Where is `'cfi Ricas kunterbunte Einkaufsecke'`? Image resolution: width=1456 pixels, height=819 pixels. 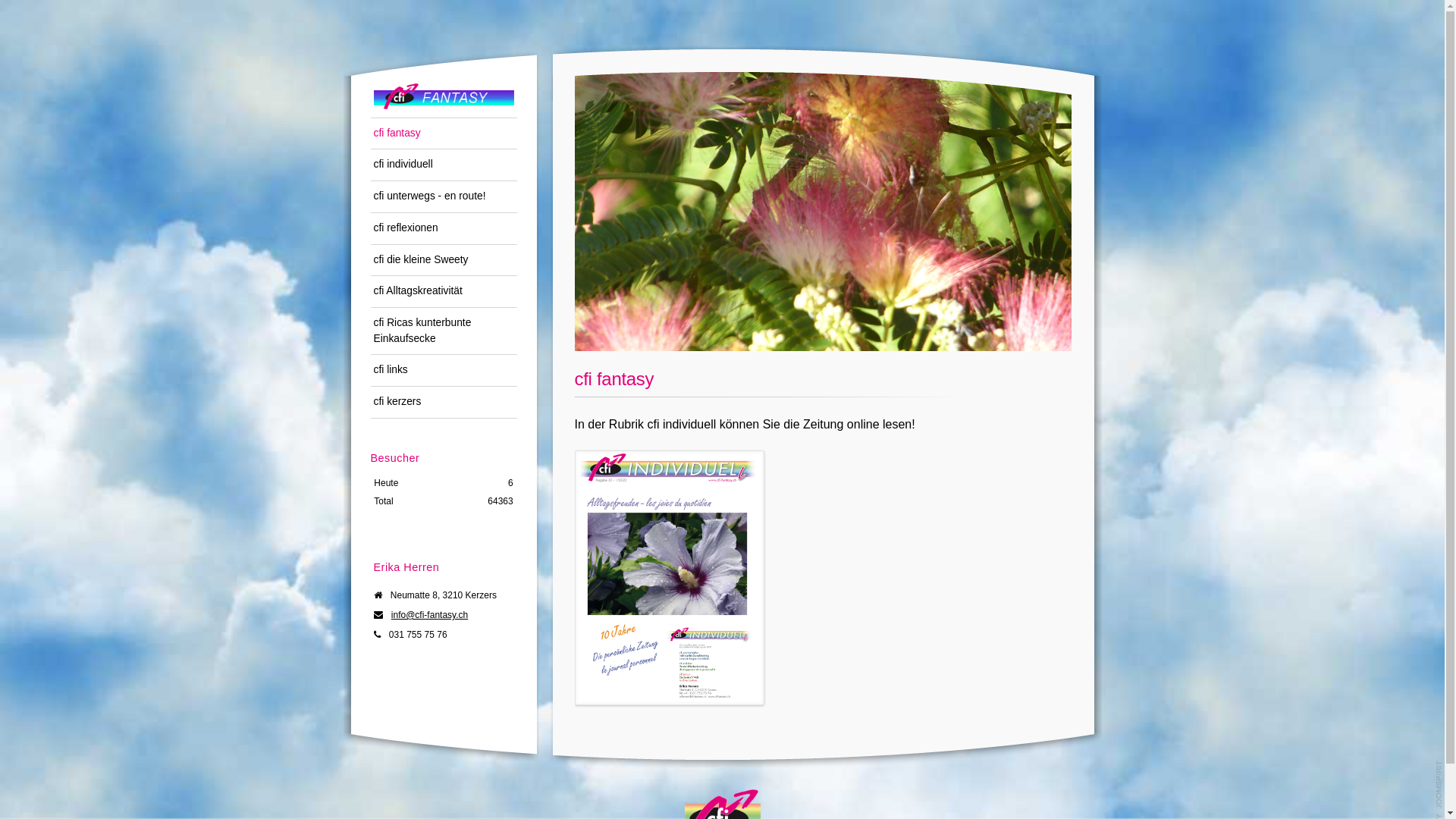 'cfi Ricas kunterbunte Einkaufsecke' is located at coordinates (442, 329).